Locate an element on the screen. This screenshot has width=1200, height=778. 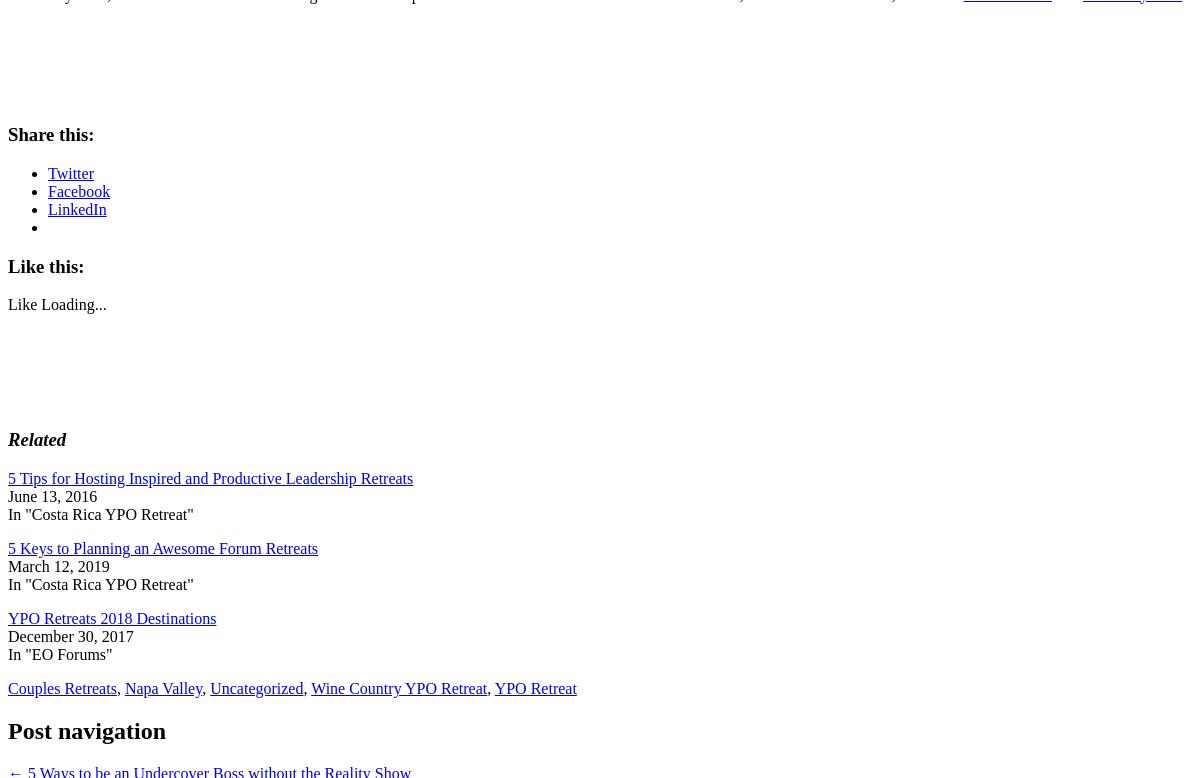
'Related' is located at coordinates (36, 439).